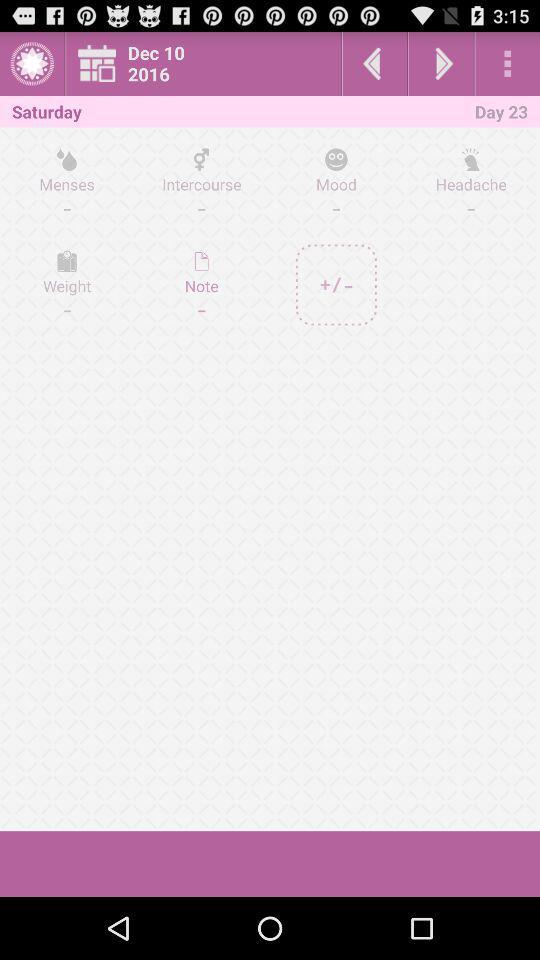 The height and width of the screenshot is (960, 540). What do you see at coordinates (67, 183) in the screenshot?
I see `the icon next to intercourse` at bounding box center [67, 183].